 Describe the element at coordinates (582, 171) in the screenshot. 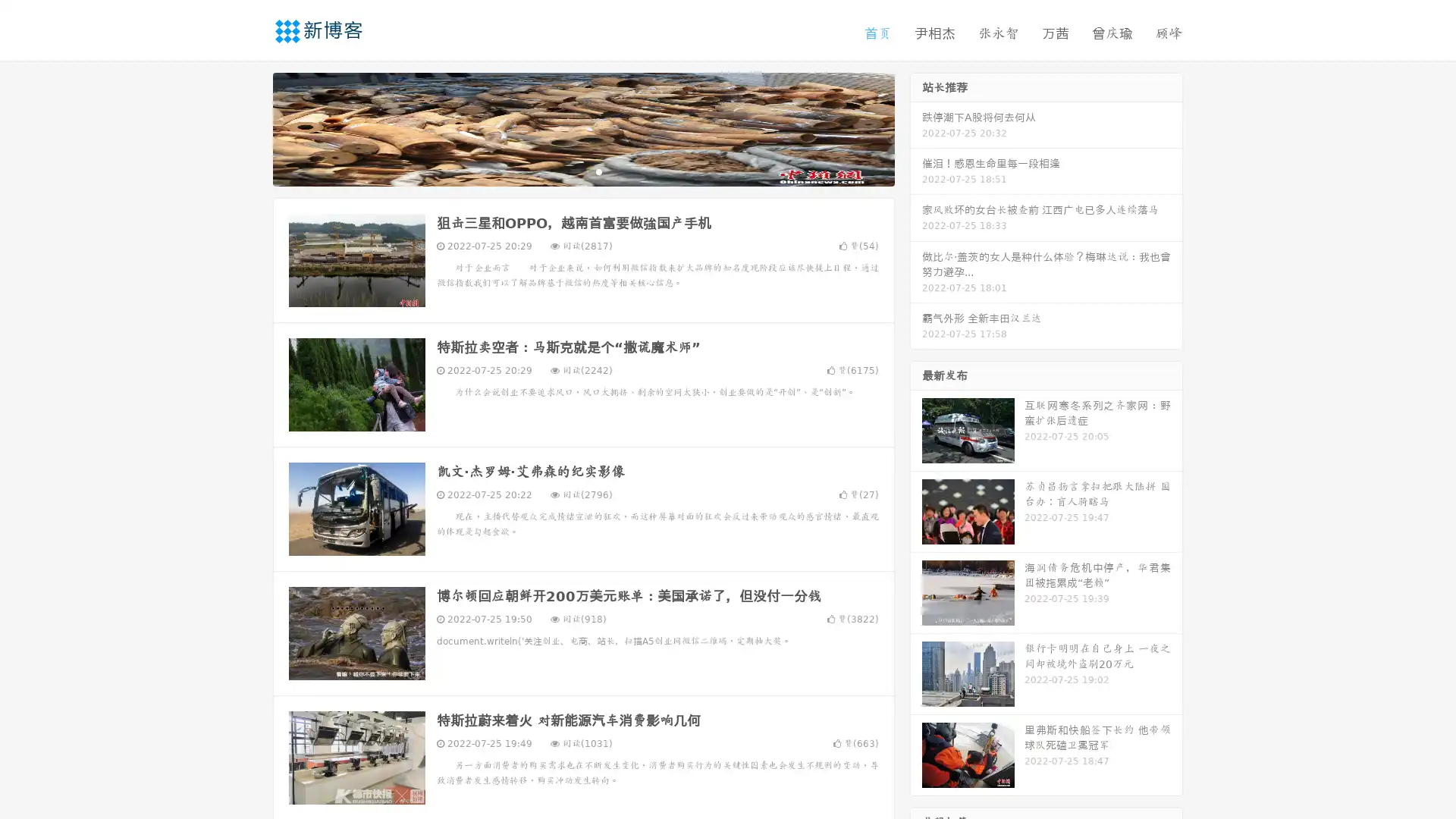

I see `Go to slide 2` at that location.